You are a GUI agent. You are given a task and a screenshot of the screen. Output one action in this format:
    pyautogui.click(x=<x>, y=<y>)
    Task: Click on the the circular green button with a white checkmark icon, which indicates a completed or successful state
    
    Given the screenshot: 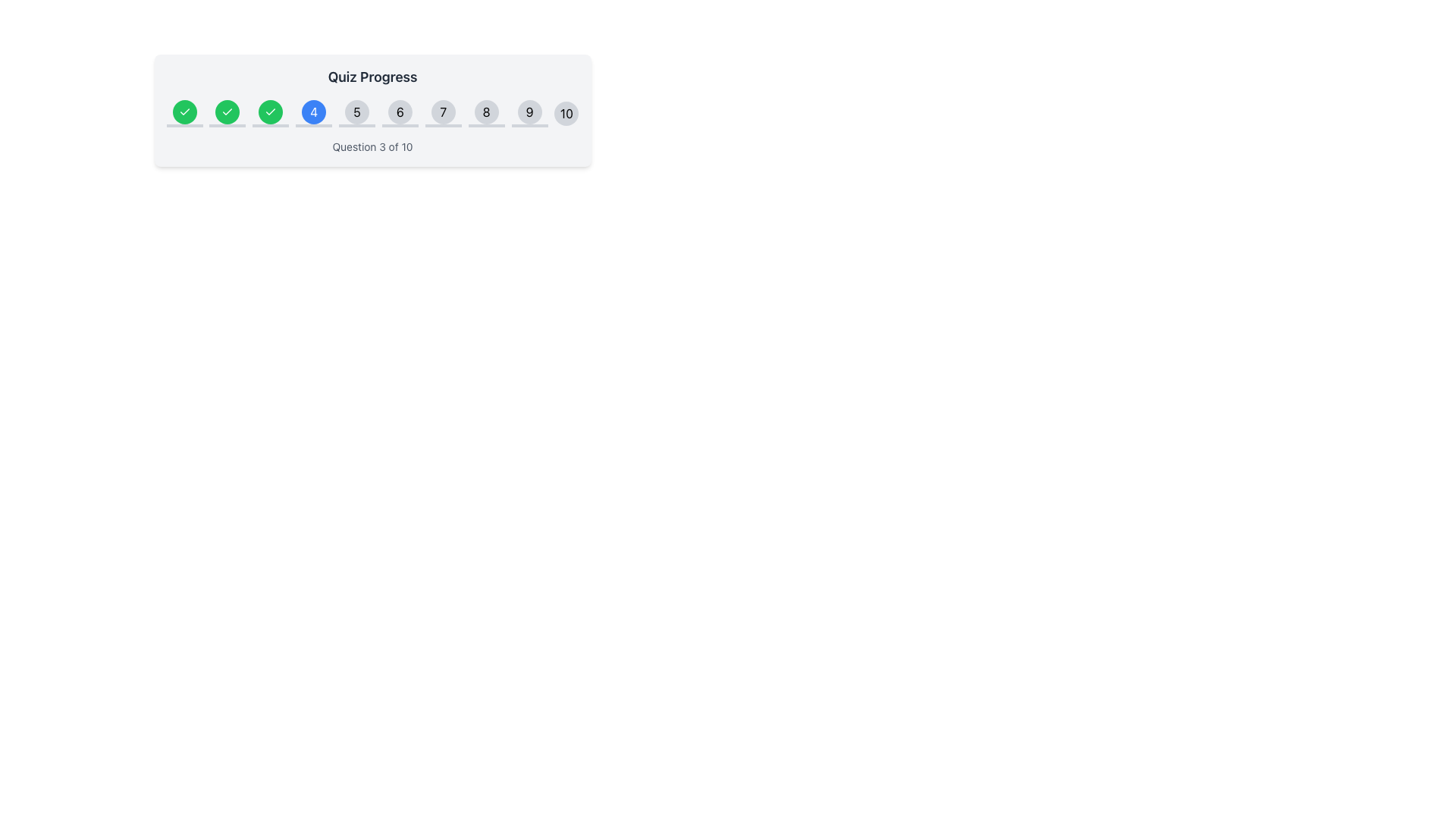 What is the action you would take?
    pyautogui.click(x=227, y=113)
    